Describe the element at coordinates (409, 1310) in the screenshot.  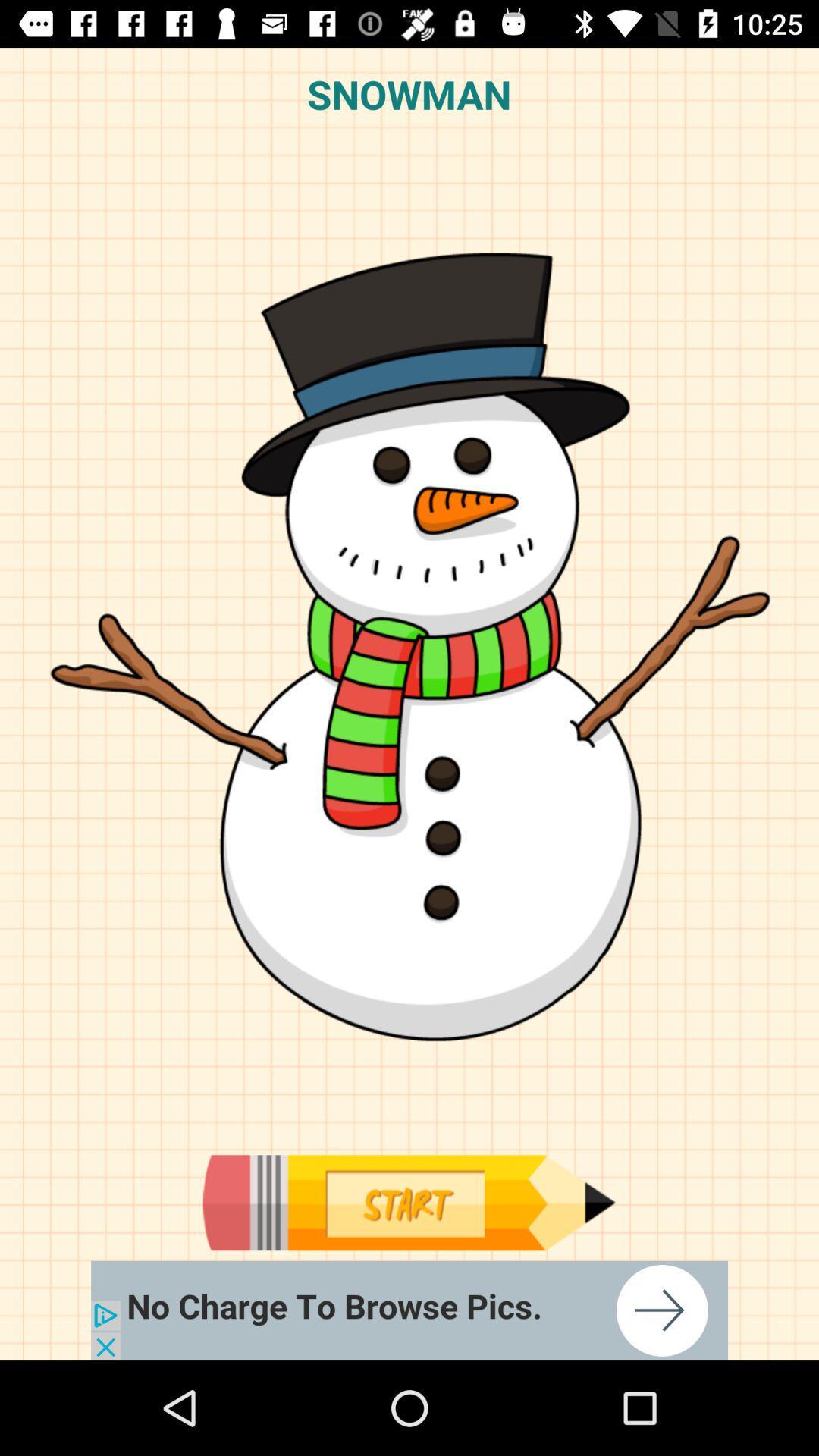
I see `advertisement link image` at that location.